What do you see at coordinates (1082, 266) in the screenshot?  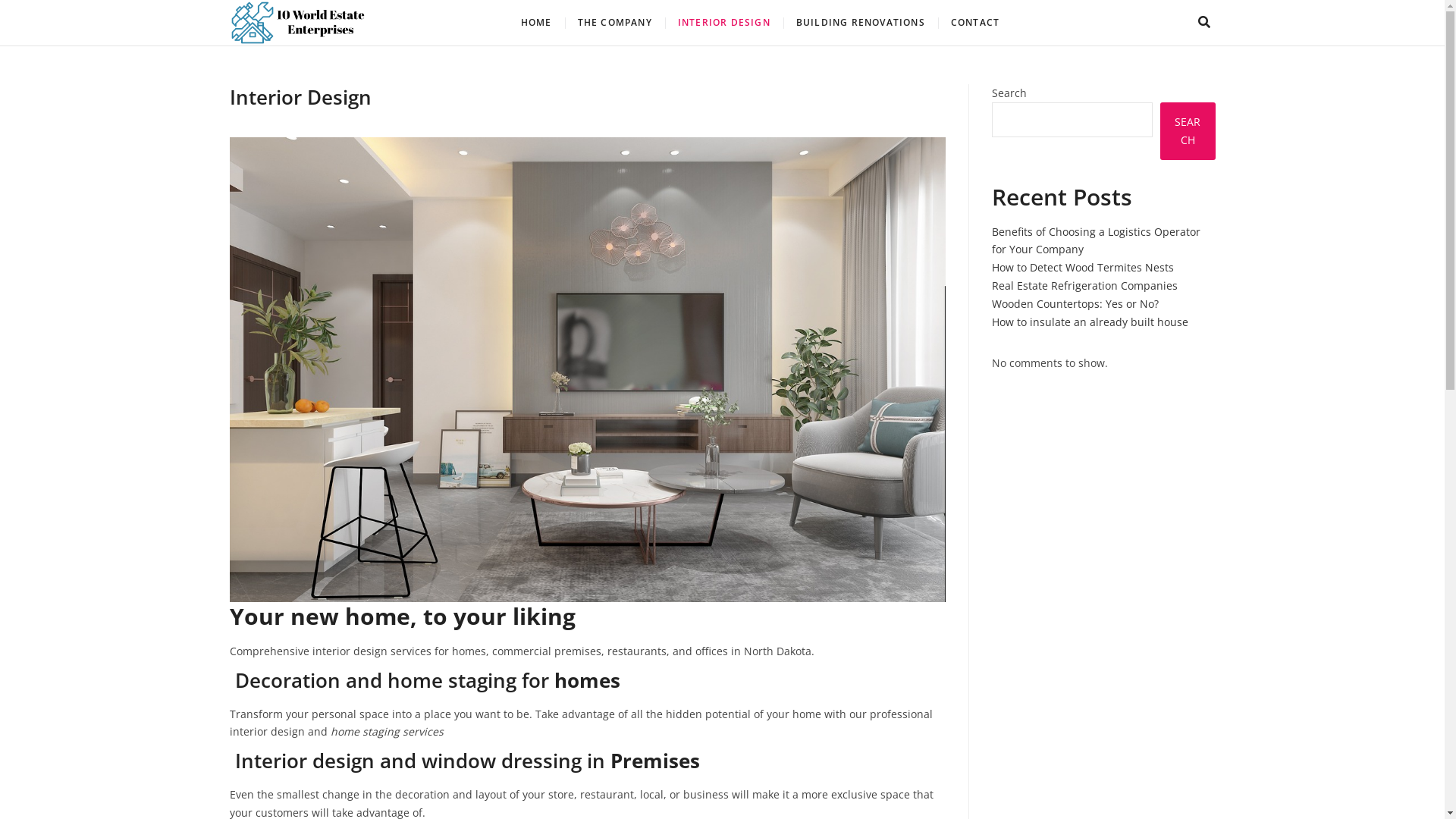 I see `'How to Detect Wood Termites Nests'` at bounding box center [1082, 266].